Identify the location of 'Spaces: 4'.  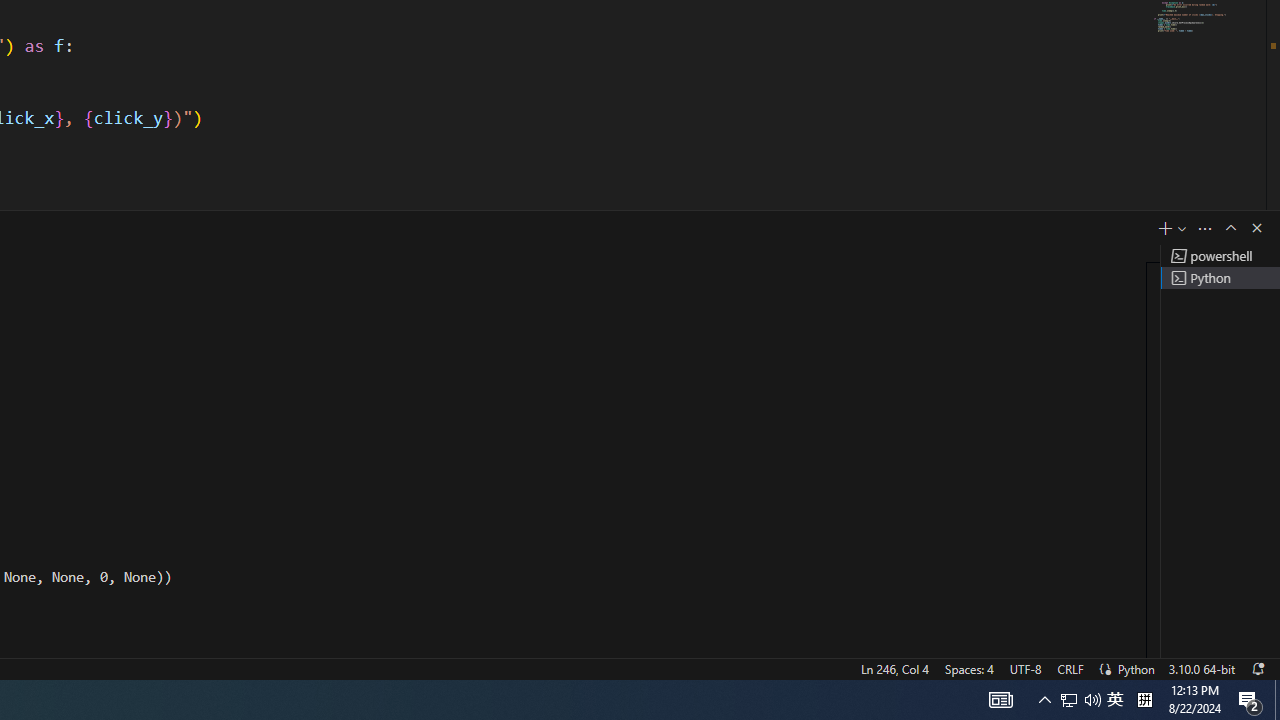
(968, 668).